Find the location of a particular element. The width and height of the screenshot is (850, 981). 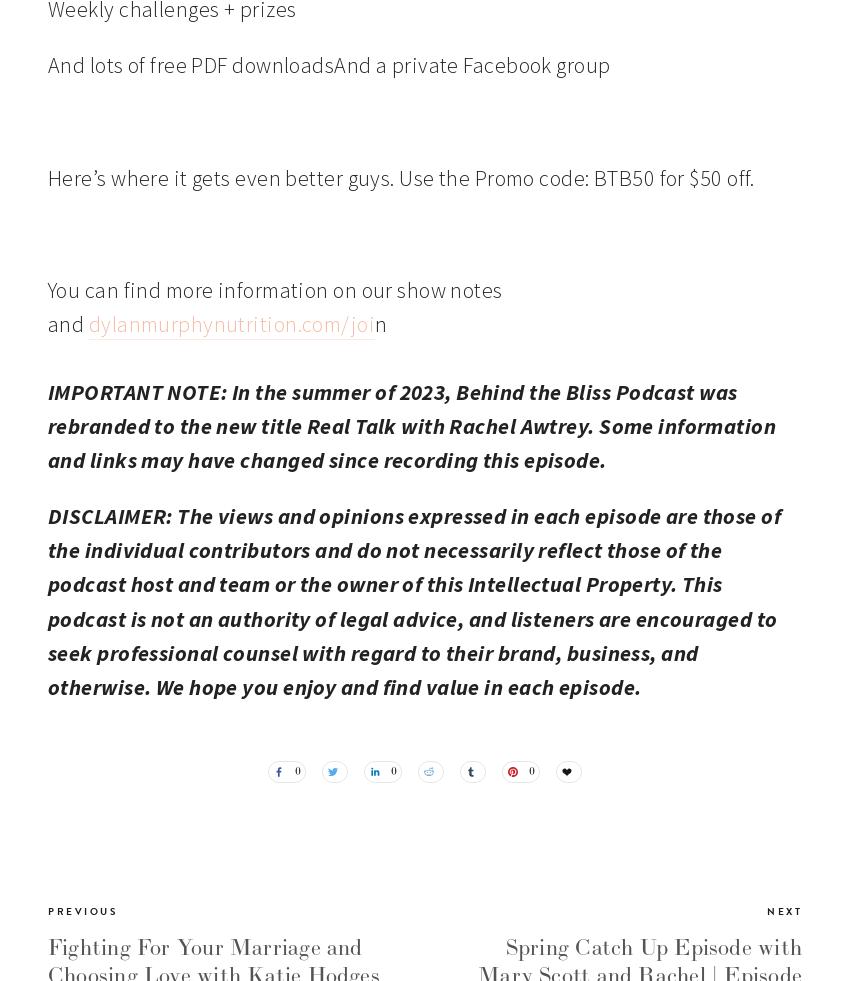

'Previous' is located at coordinates (82, 910).